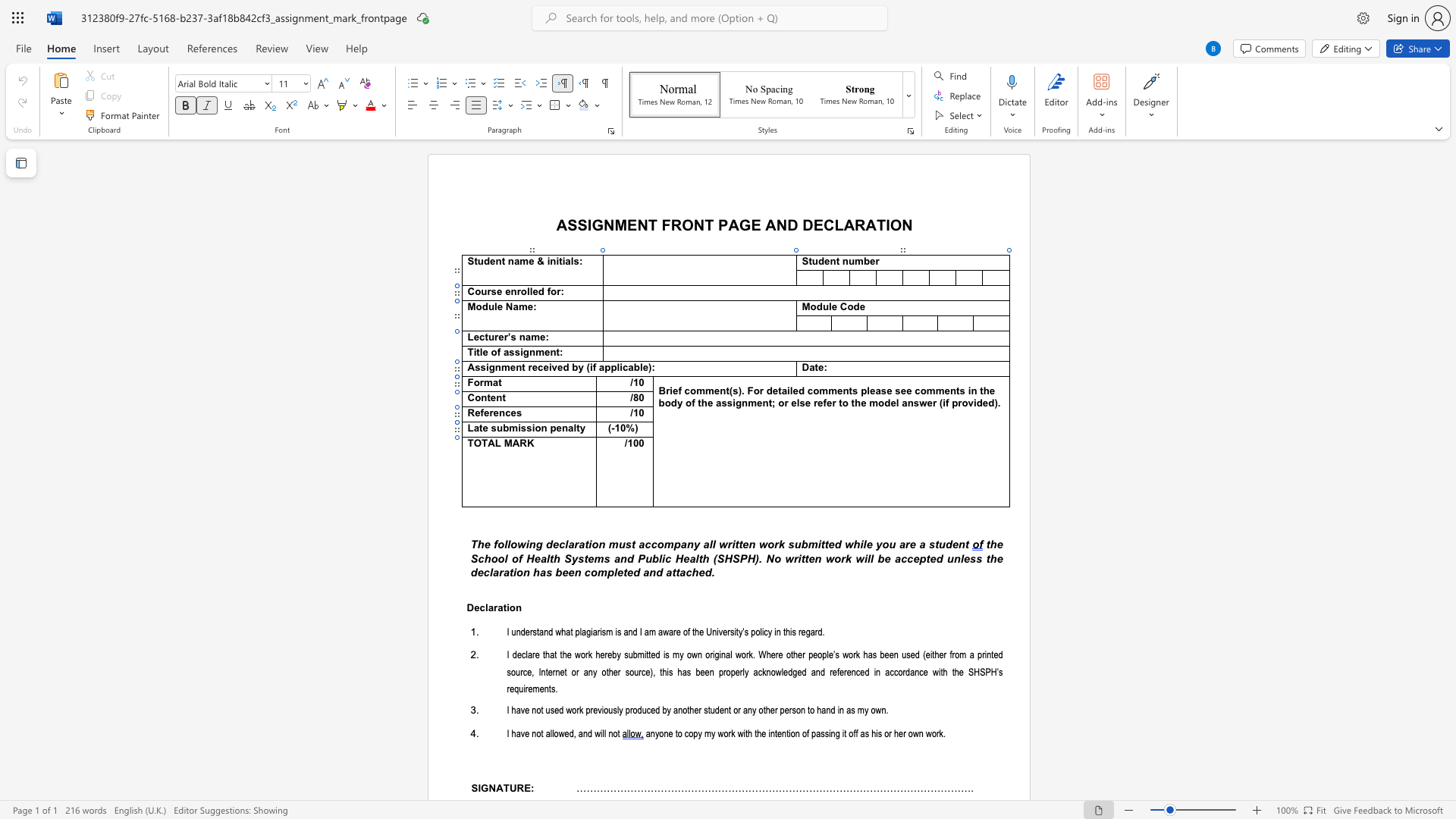 This screenshot has height=819, width=1456. I want to click on the 3th character "o" in the text, so click(553, 292).